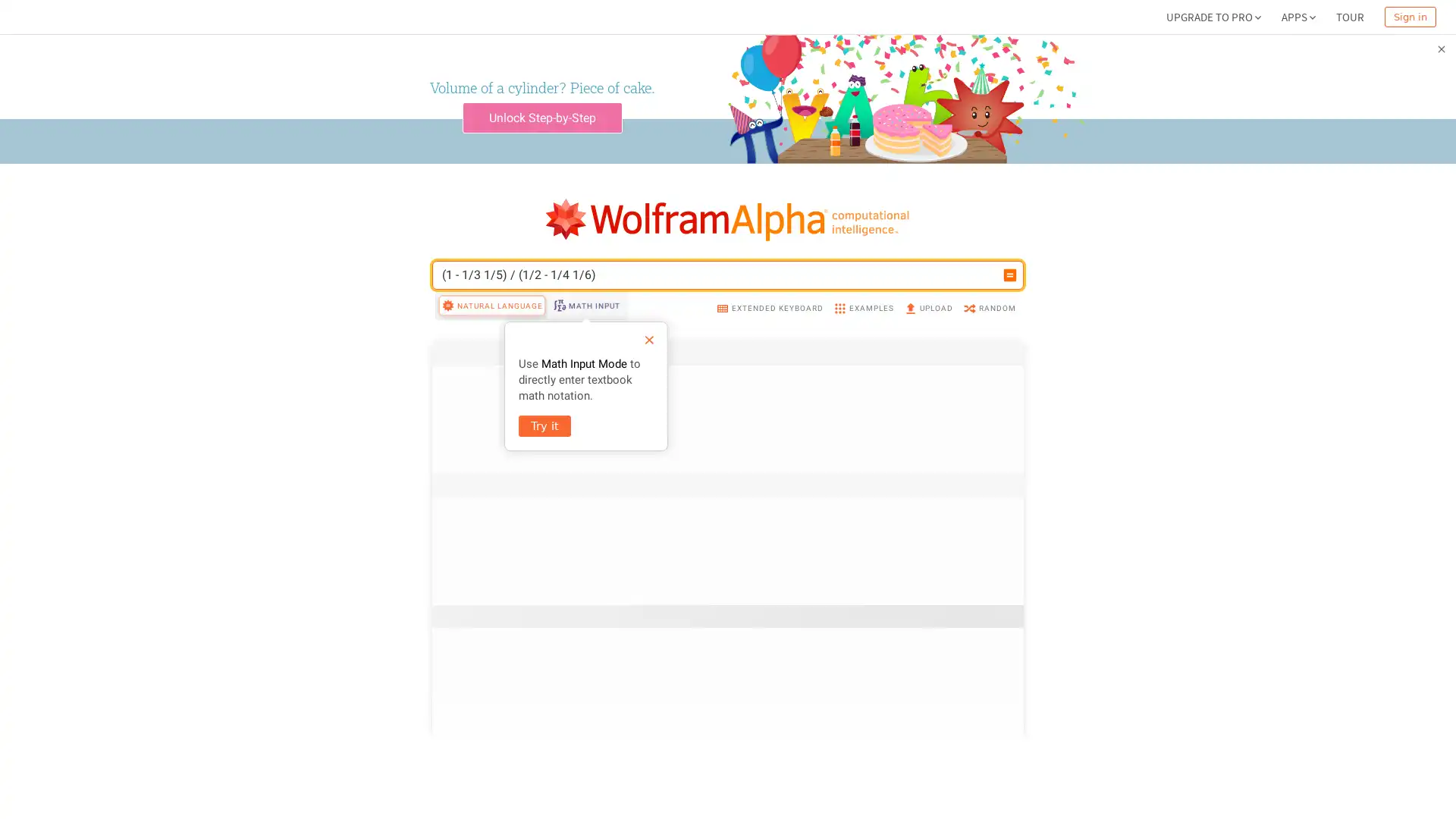  What do you see at coordinates (541, 117) in the screenshot?
I see `Unlock Step-by-Step` at bounding box center [541, 117].